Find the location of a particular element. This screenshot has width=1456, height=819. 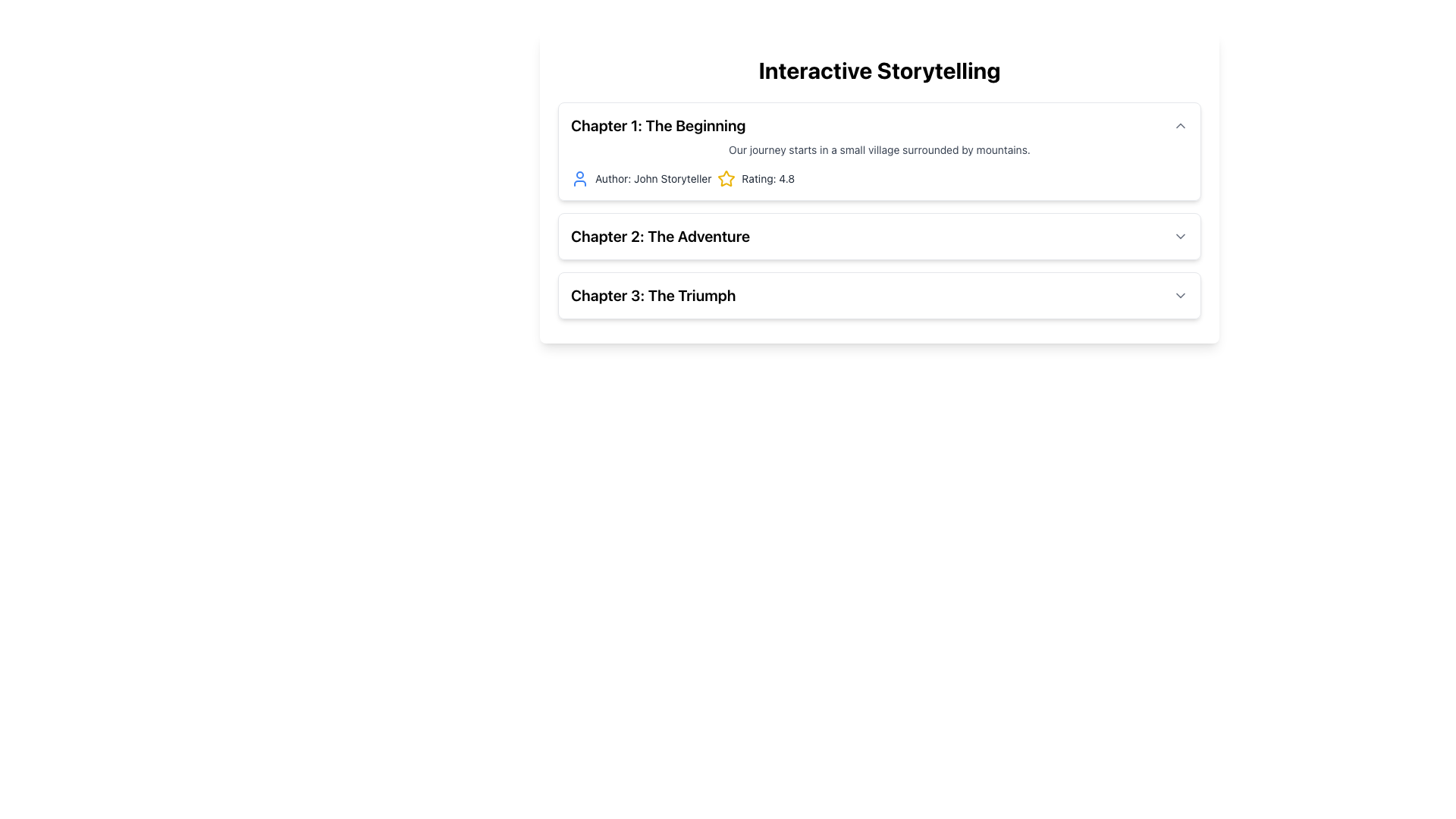

the text block that reads 'Our journey starts in a small village surrounded by mountains.' located below the heading 'Chapter 1: The Beginning' is located at coordinates (880, 149).